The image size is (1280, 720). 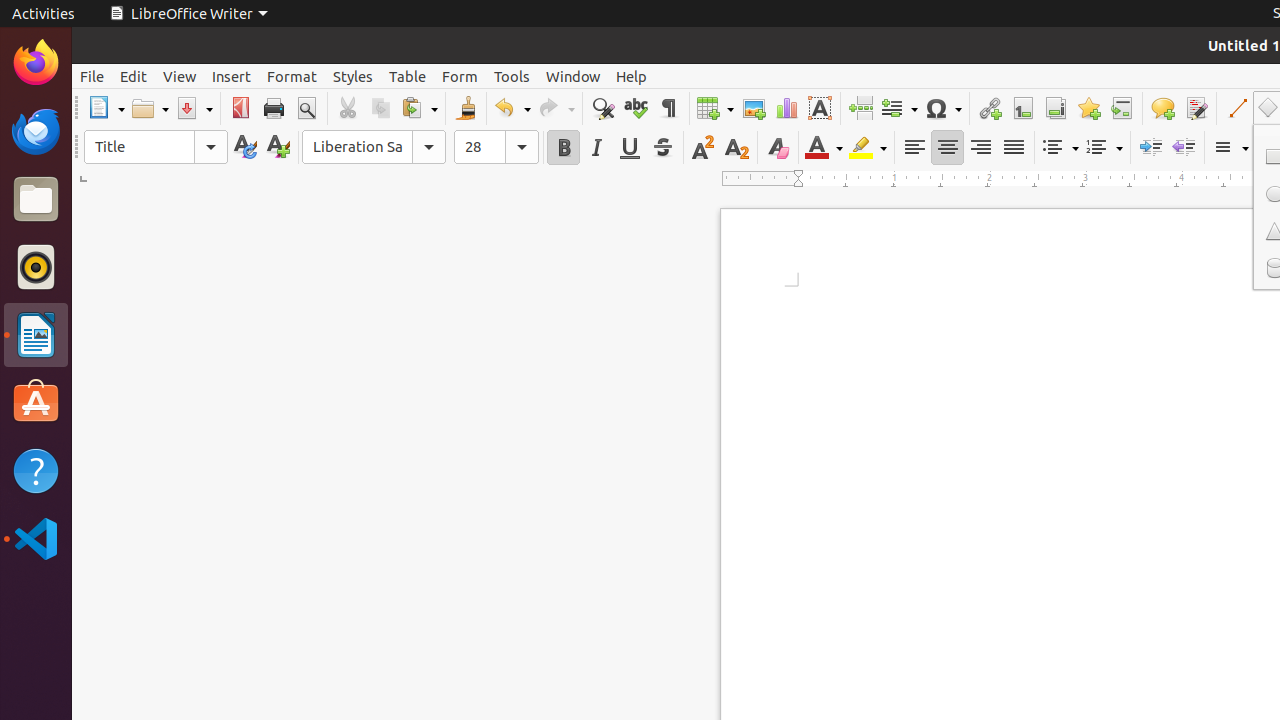 What do you see at coordinates (305, 108) in the screenshot?
I see `'Print Preview'` at bounding box center [305, 108].